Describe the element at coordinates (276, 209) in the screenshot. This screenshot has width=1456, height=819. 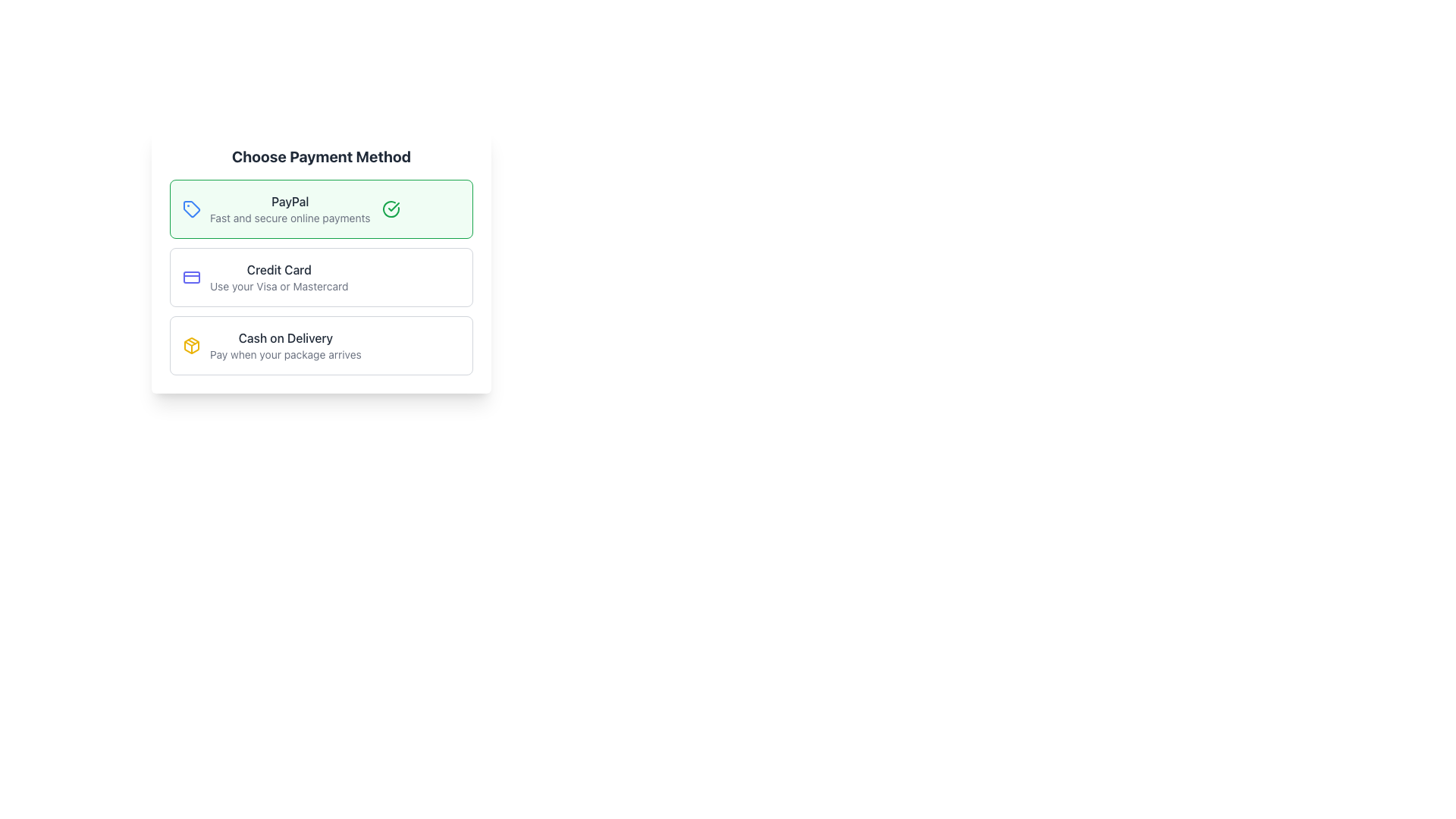
I see `the selection row titled 'PayPal' with the tagline 'Fast and secure online payments'` at that location.